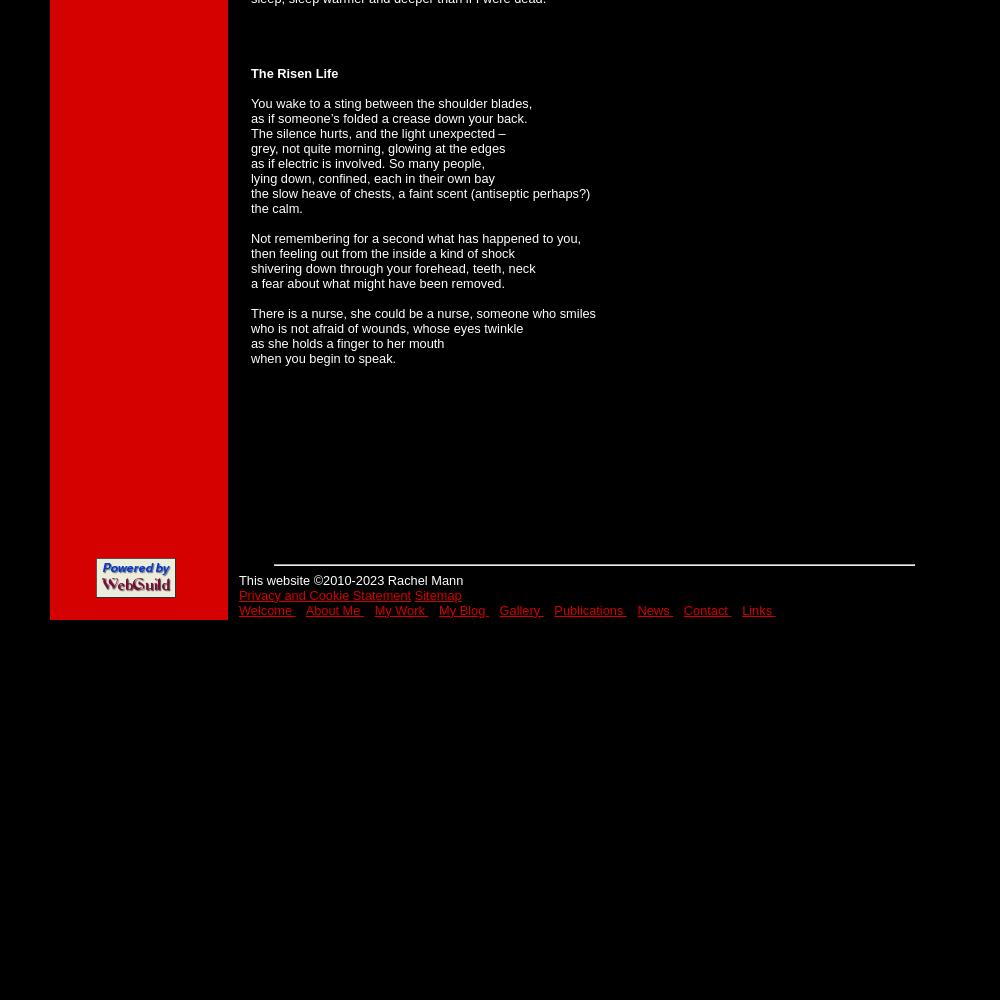 The height and width of the screenshot is (1000, 1000). I want to click on 'My Blog', so click(462, 608).